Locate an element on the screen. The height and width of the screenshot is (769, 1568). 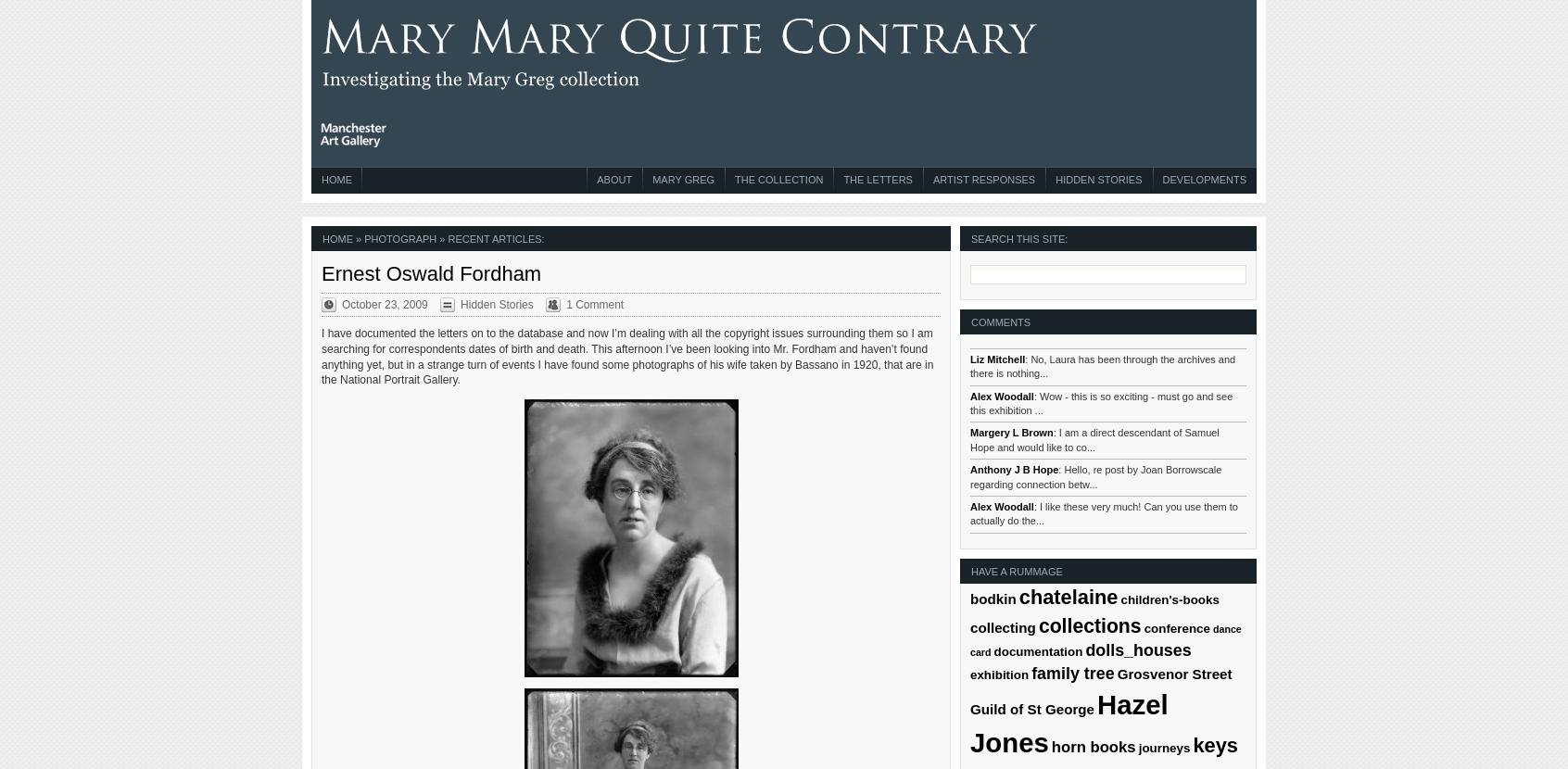
'Ernest Oswald Fordham' is located at coordinates (430, 271).